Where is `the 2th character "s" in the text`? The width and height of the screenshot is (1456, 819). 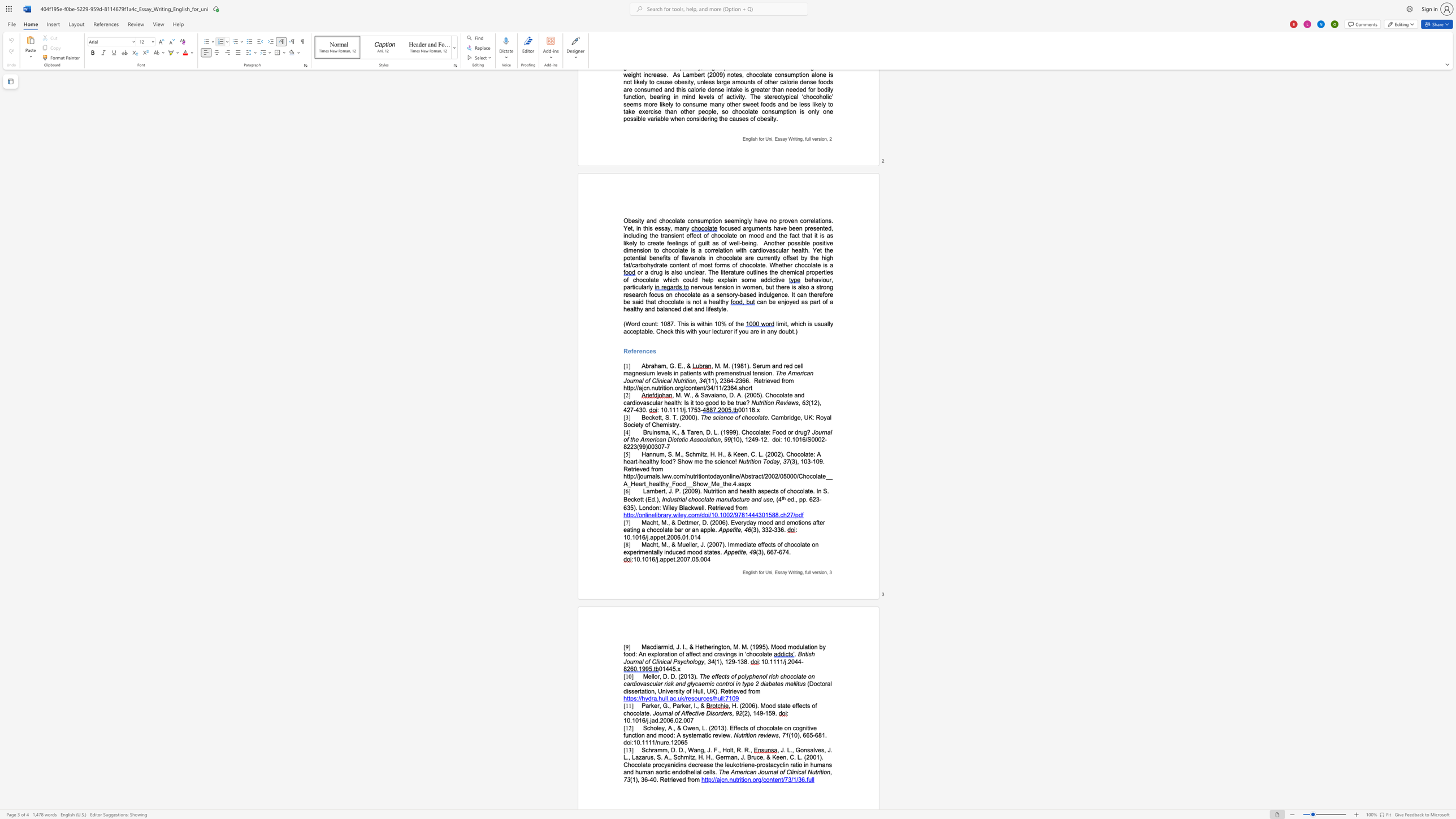
the 2th character "s" in the text is located at coordinates (767, 500).